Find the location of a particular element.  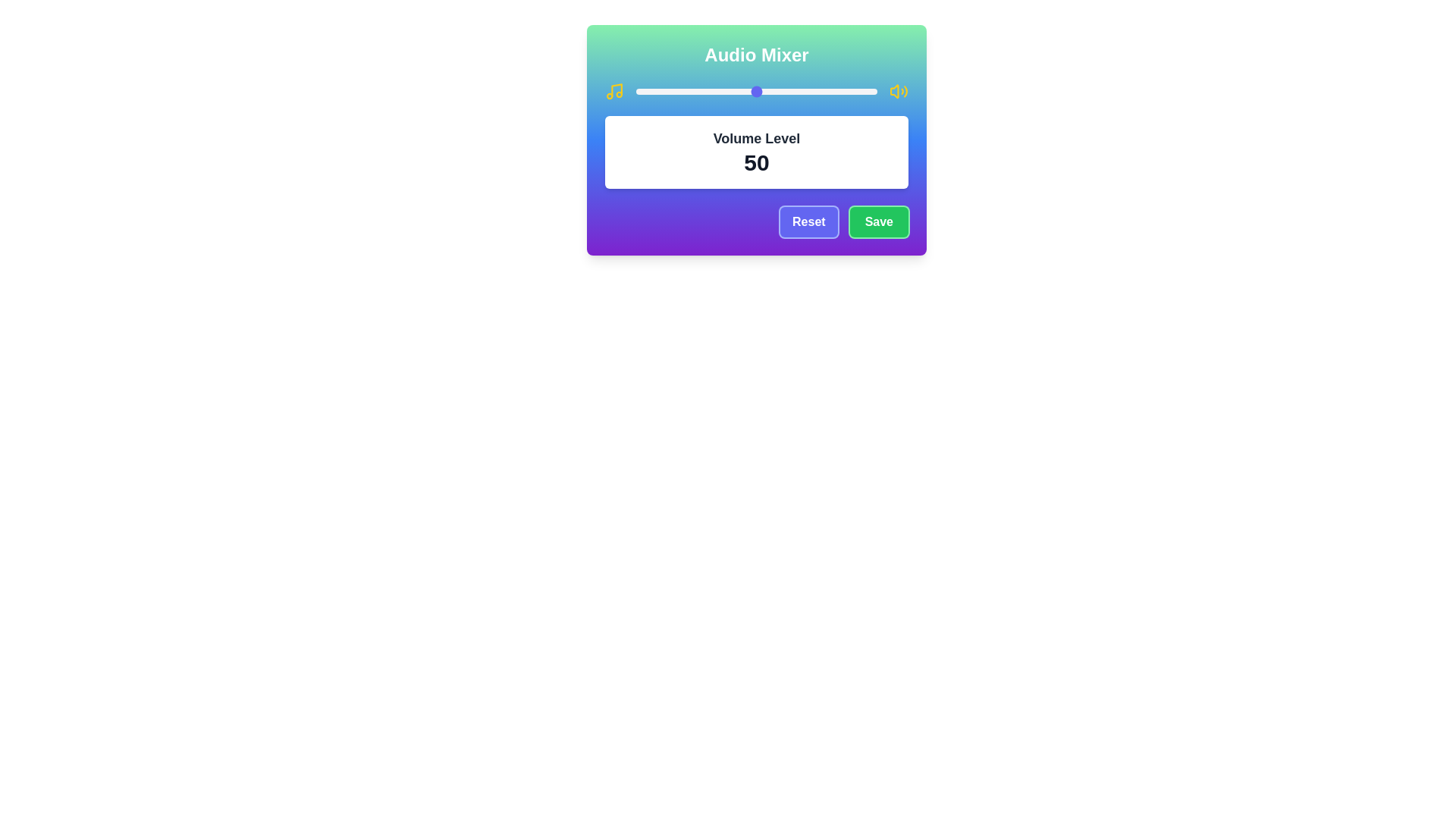

bold text displaying the number '50' located centrally within the white background of the 'Volume Level' panel is located at coordinates (757, 163).